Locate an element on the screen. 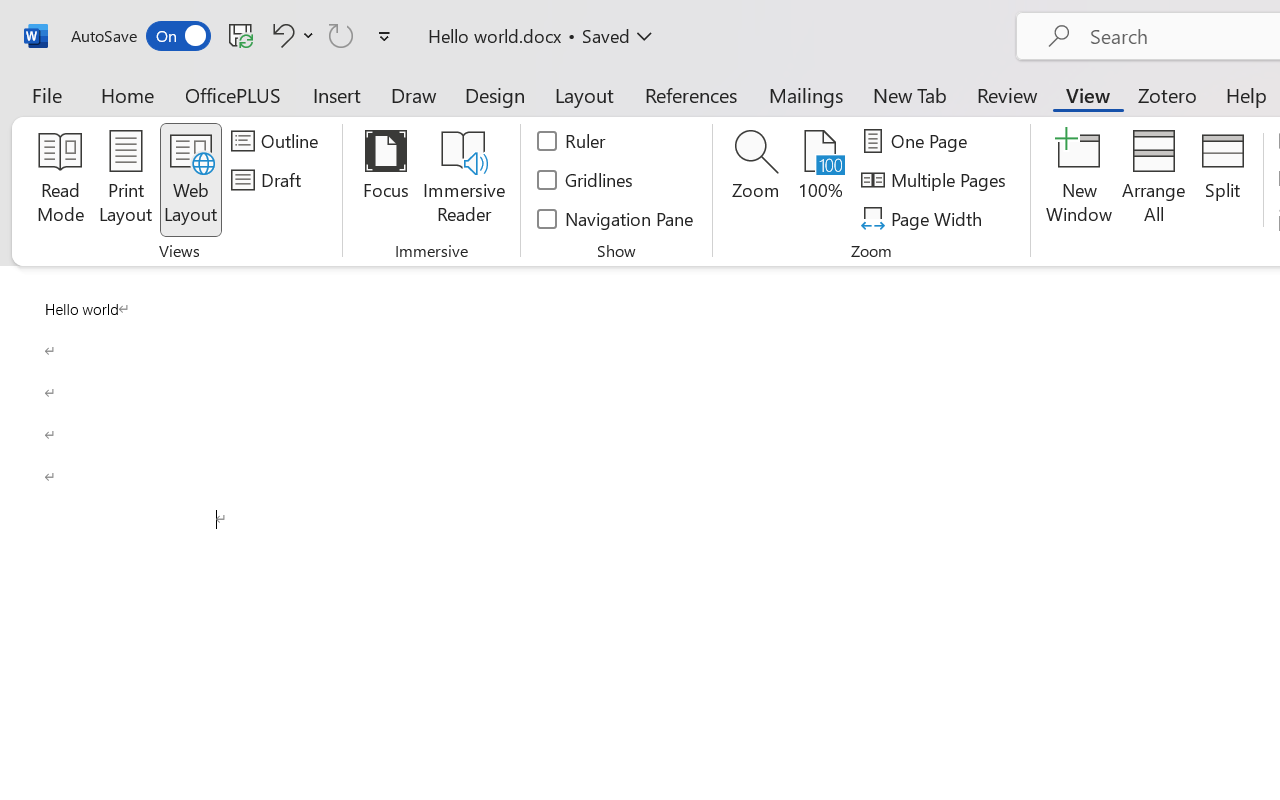  'Arrange All' is located at coordinates (1153, 179).